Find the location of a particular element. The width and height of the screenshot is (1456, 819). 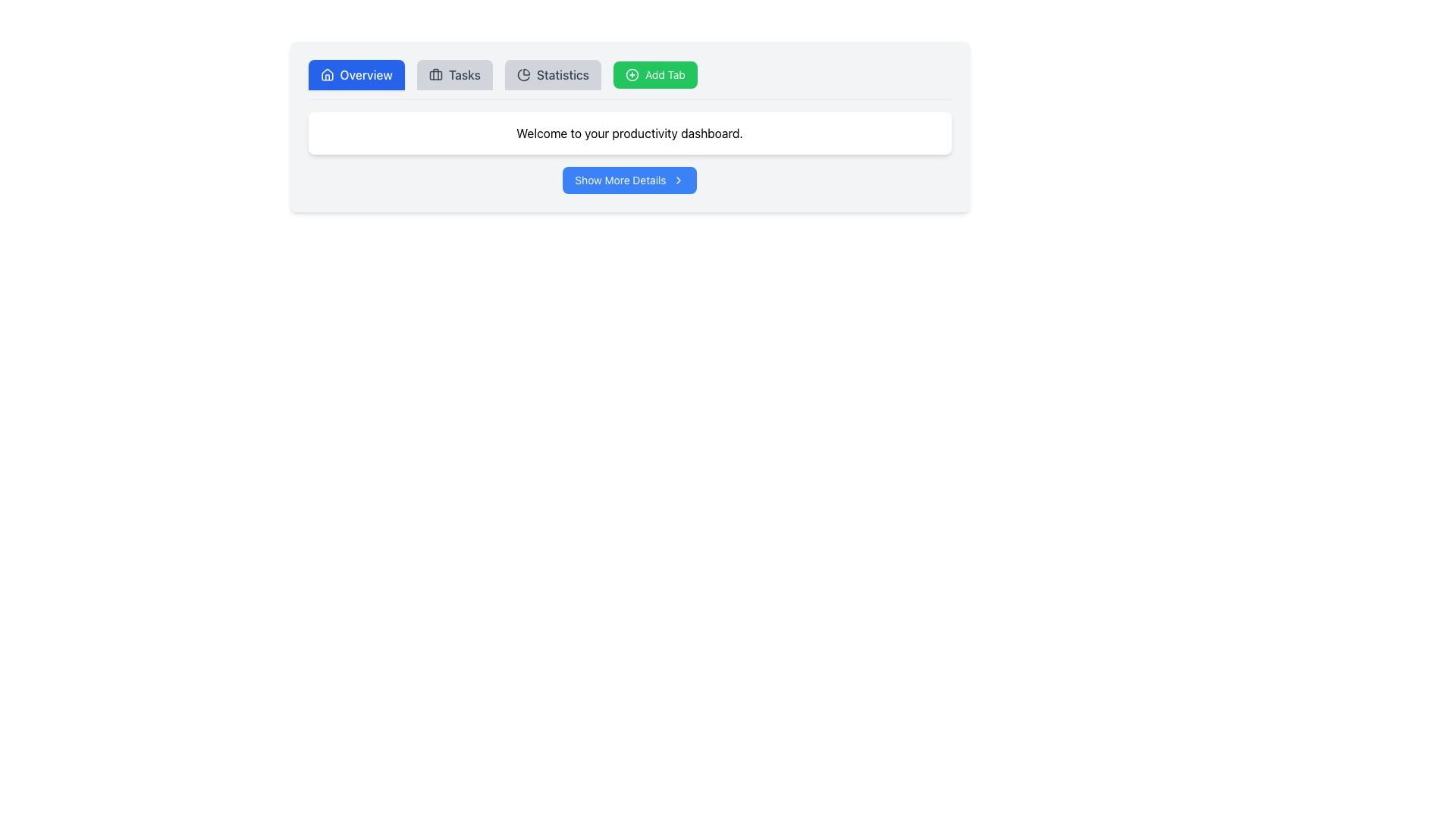

the button located at the bottom of the panel that reveals additional details when activated is located at coordinates (629, 180).